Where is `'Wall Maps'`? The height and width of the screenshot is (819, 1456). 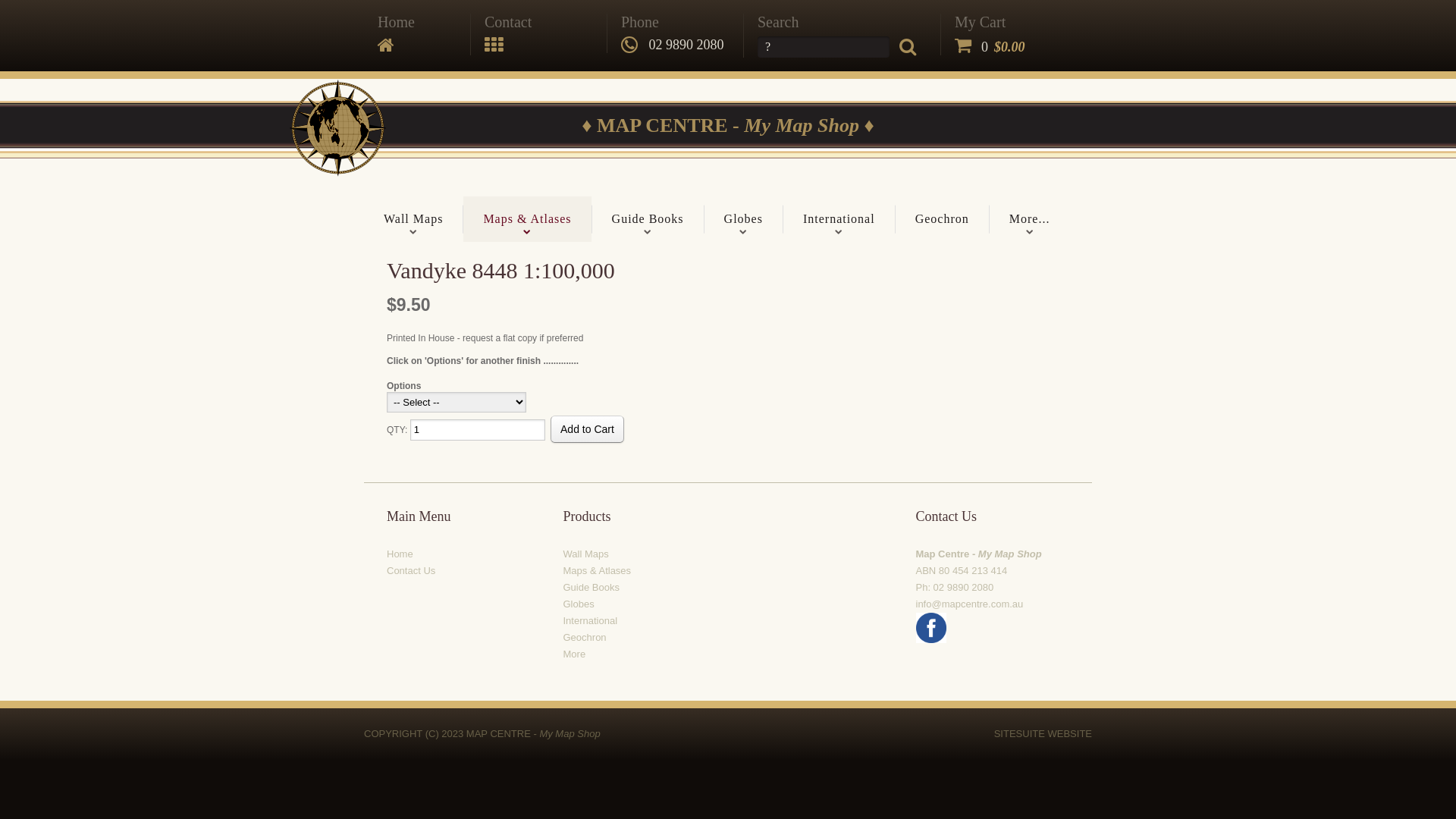 'Wall Maps' is located at coordinates (413, 219).